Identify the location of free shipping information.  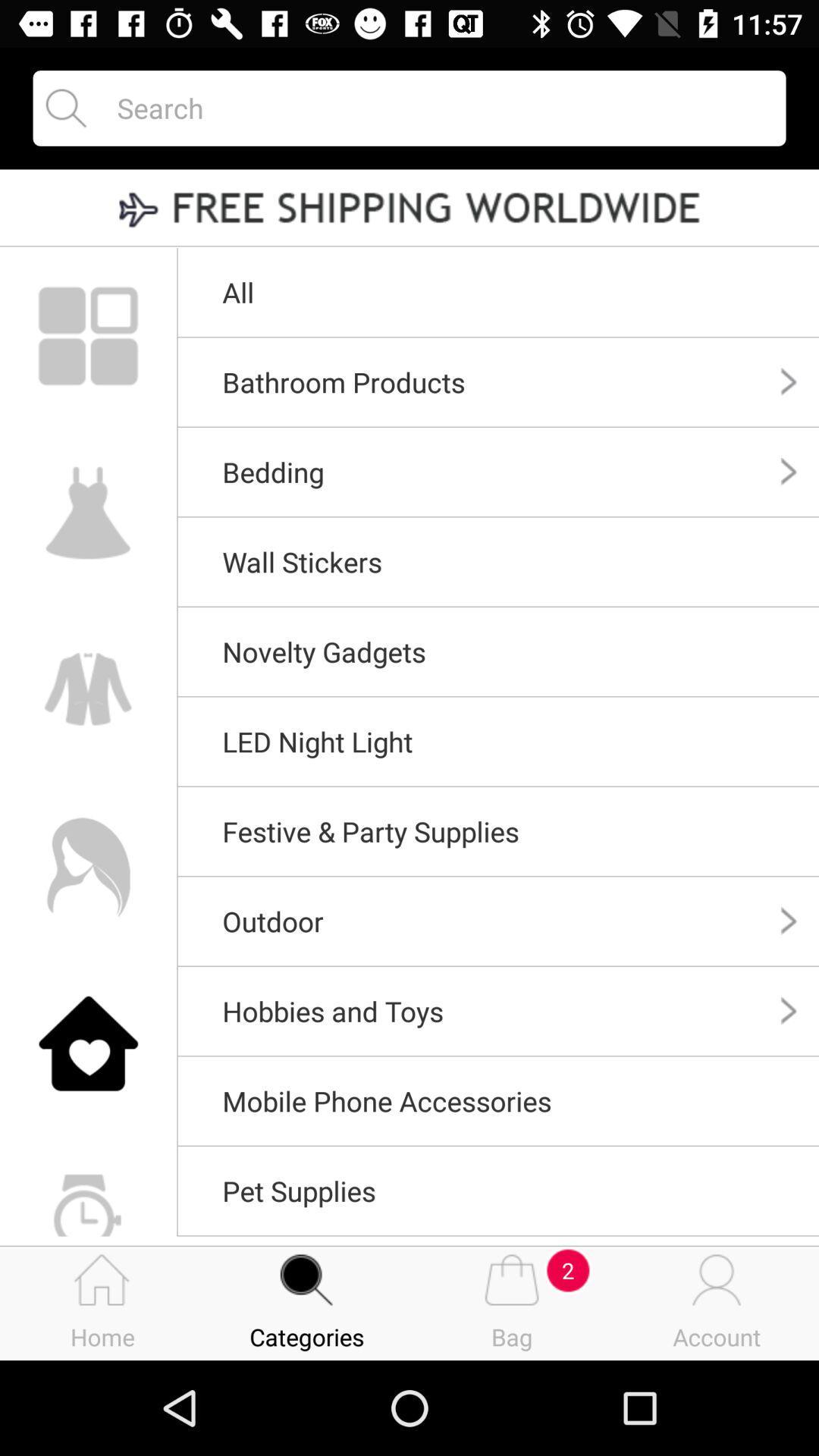
(409, 209).